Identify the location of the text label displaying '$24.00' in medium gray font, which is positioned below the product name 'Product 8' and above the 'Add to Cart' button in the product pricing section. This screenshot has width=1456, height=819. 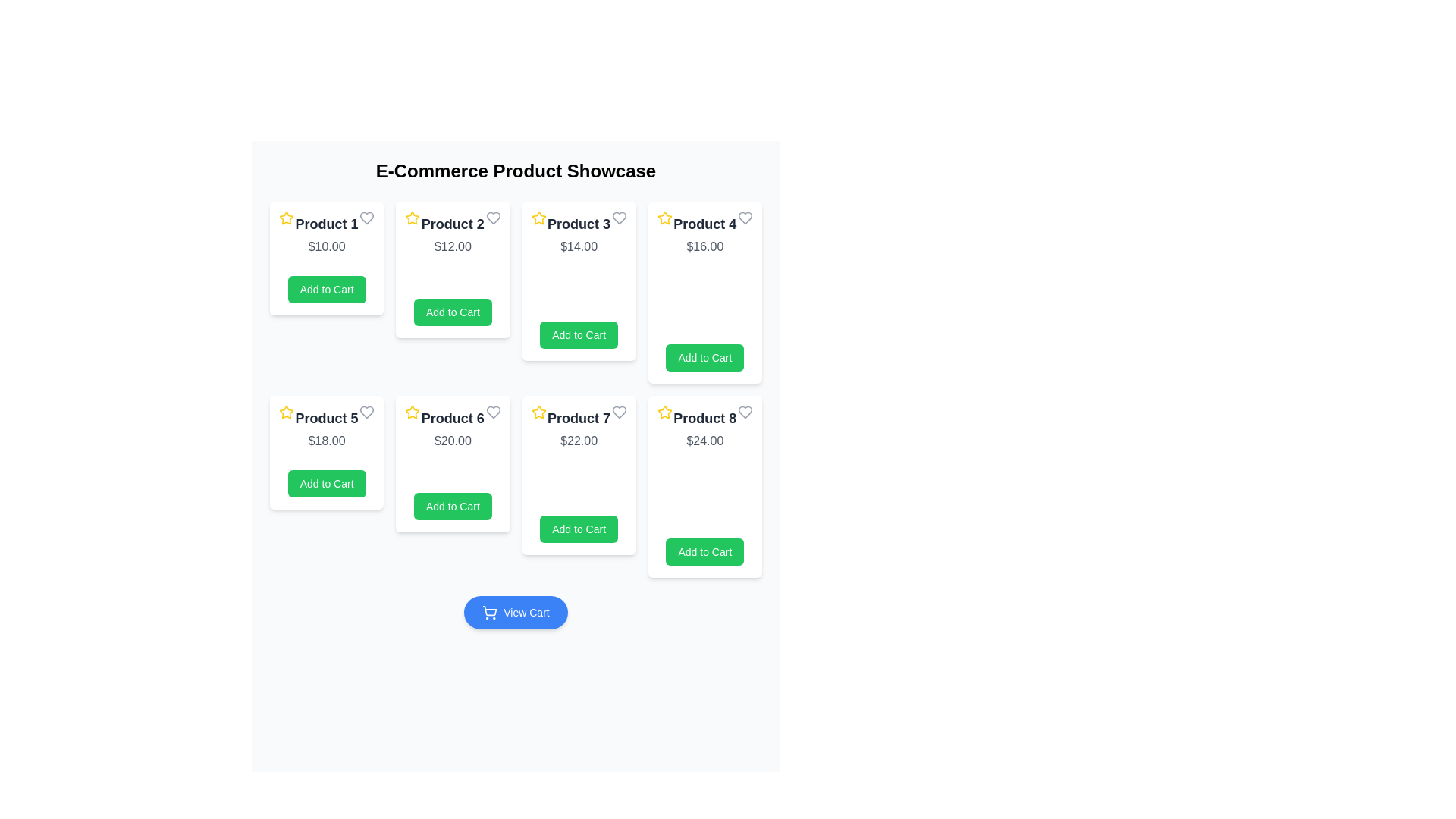
(704, 441).